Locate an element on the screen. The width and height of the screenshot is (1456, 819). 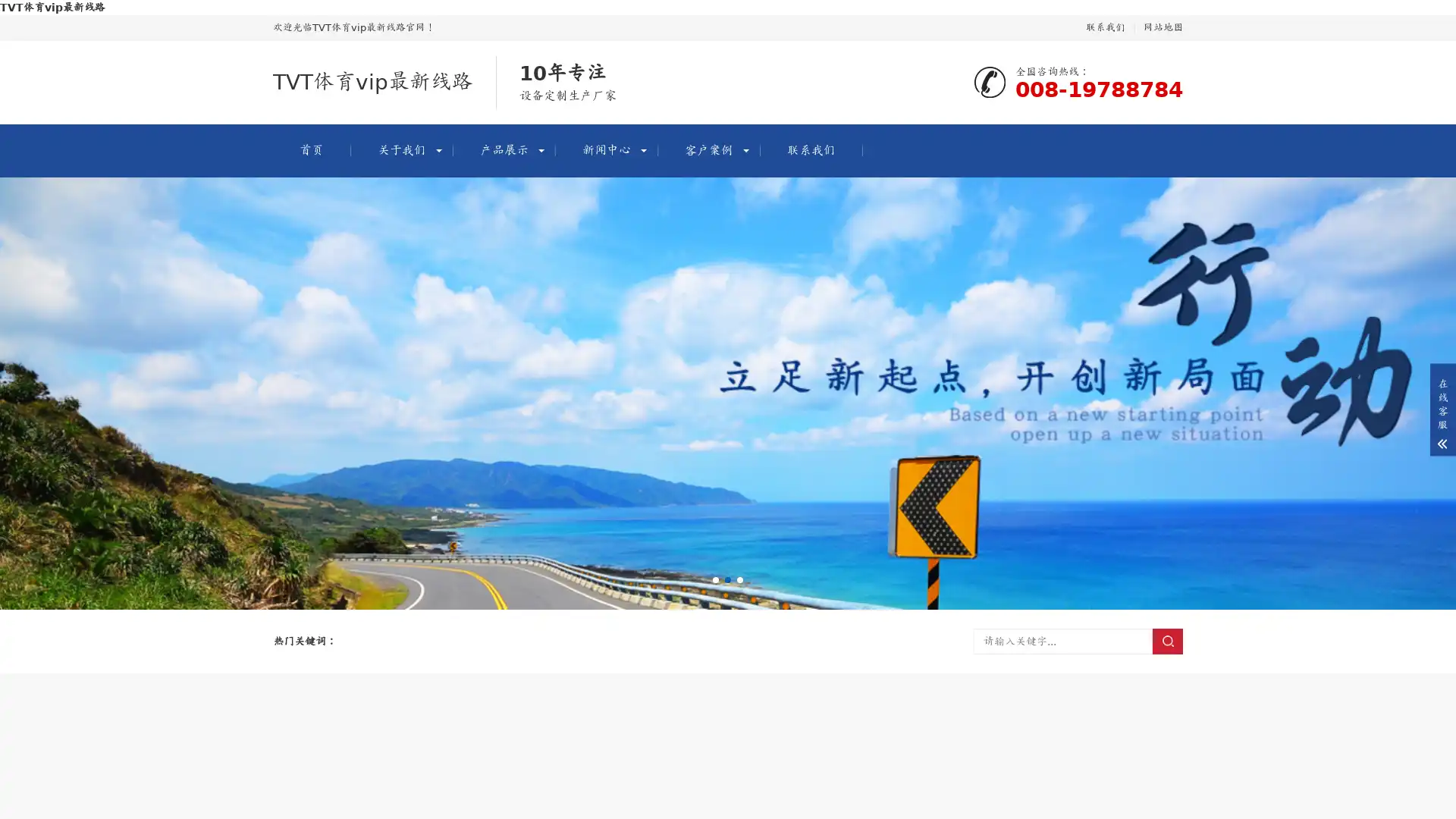
Go to slide 2 is located at coordinates (728, 579).